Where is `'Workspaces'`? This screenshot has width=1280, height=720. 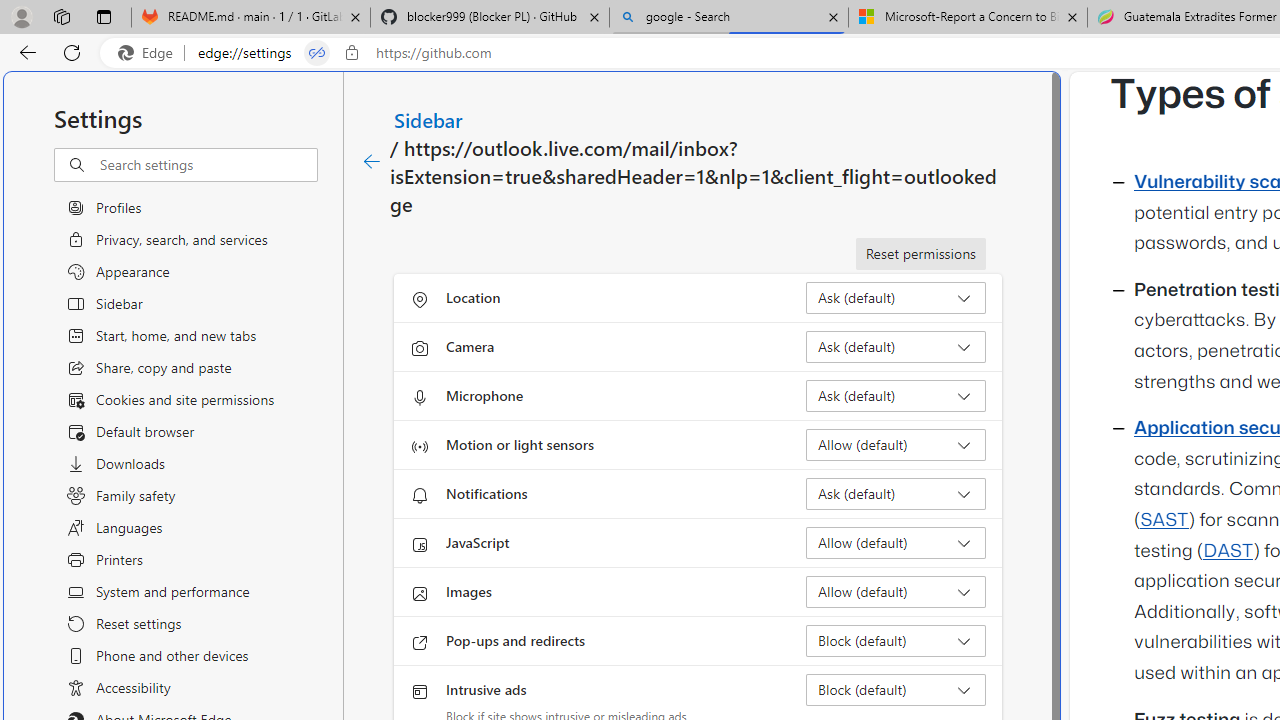 'Workspaces' is located at coordinates (61, 16).